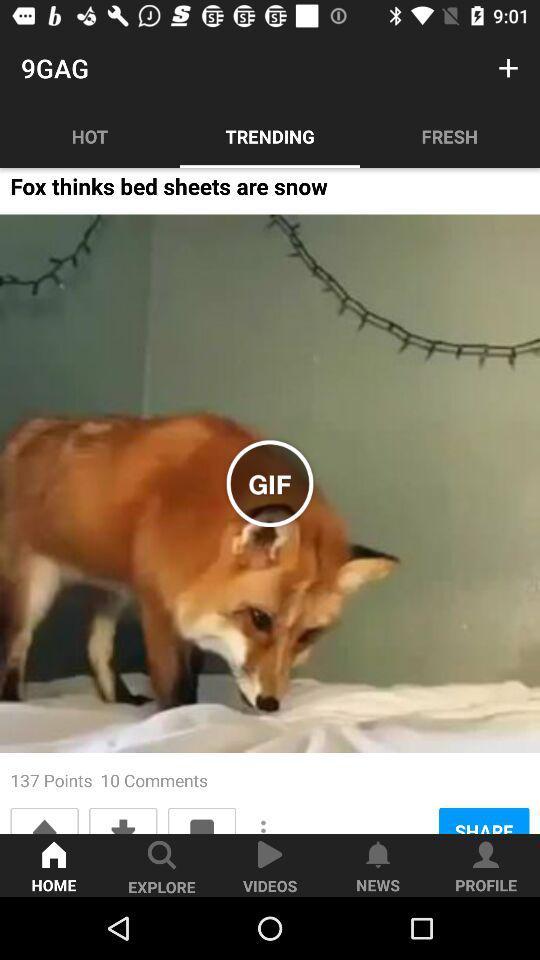  Describe the element at coordinates (109, 779) in the screenshot. I see `137 points 	10 item` at that location.